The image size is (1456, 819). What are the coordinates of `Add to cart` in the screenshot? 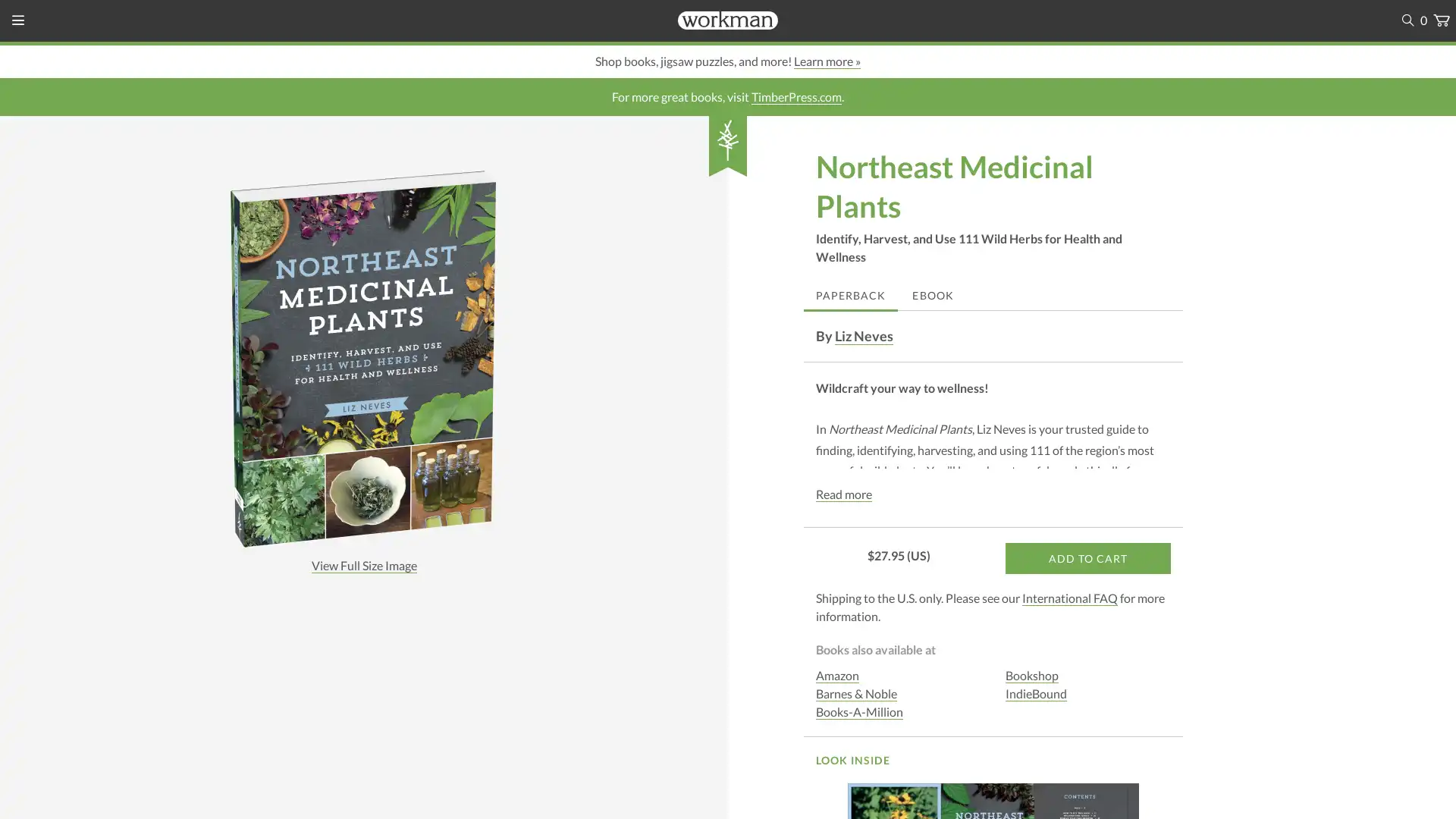 It's located at (1087, 558).